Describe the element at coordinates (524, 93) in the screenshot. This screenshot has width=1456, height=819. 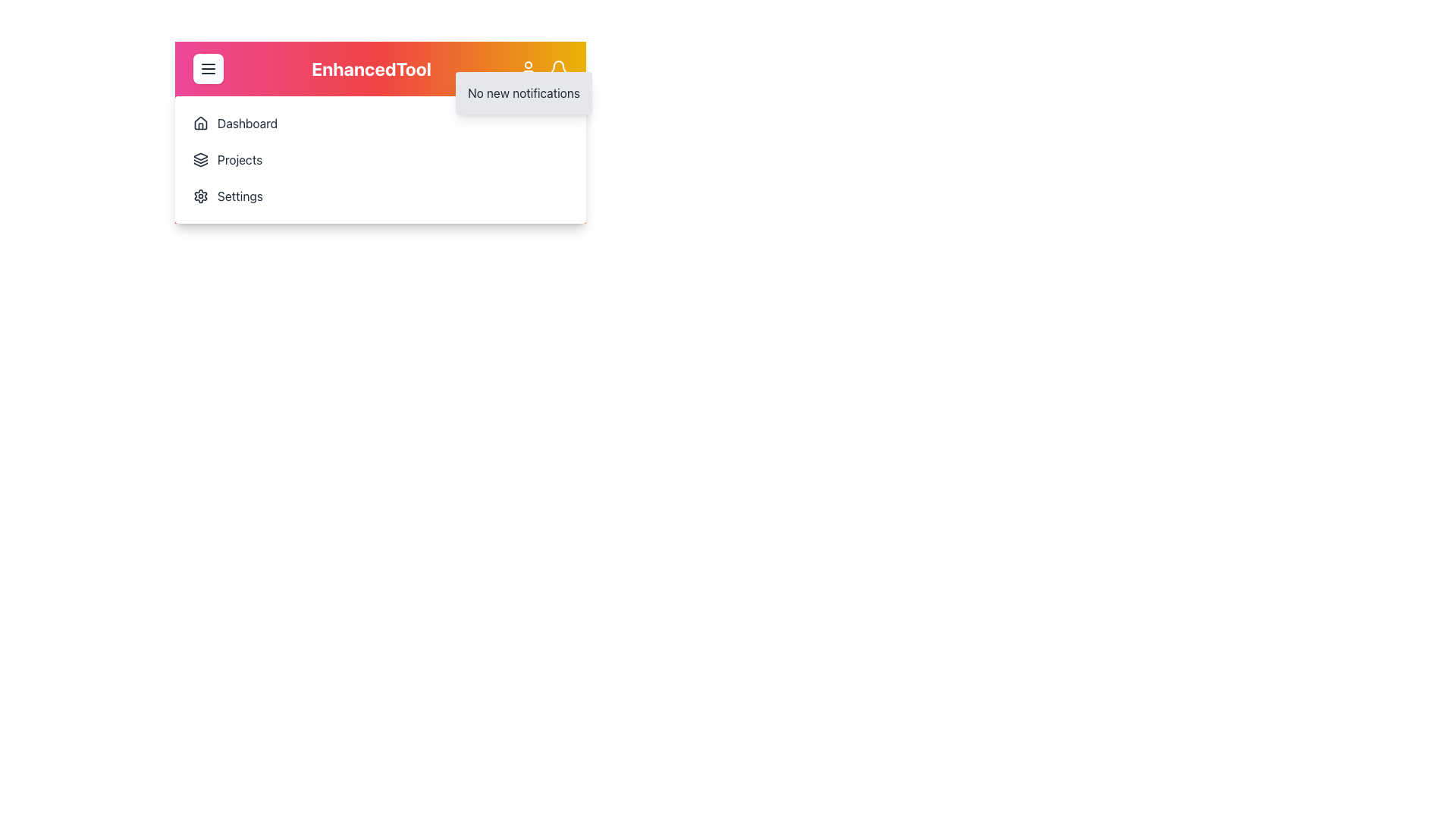
I see `the non-interactive text label that indicates the absence of new notifications, located in the notifications dropdown at the top-right corner of the interface` at that location.